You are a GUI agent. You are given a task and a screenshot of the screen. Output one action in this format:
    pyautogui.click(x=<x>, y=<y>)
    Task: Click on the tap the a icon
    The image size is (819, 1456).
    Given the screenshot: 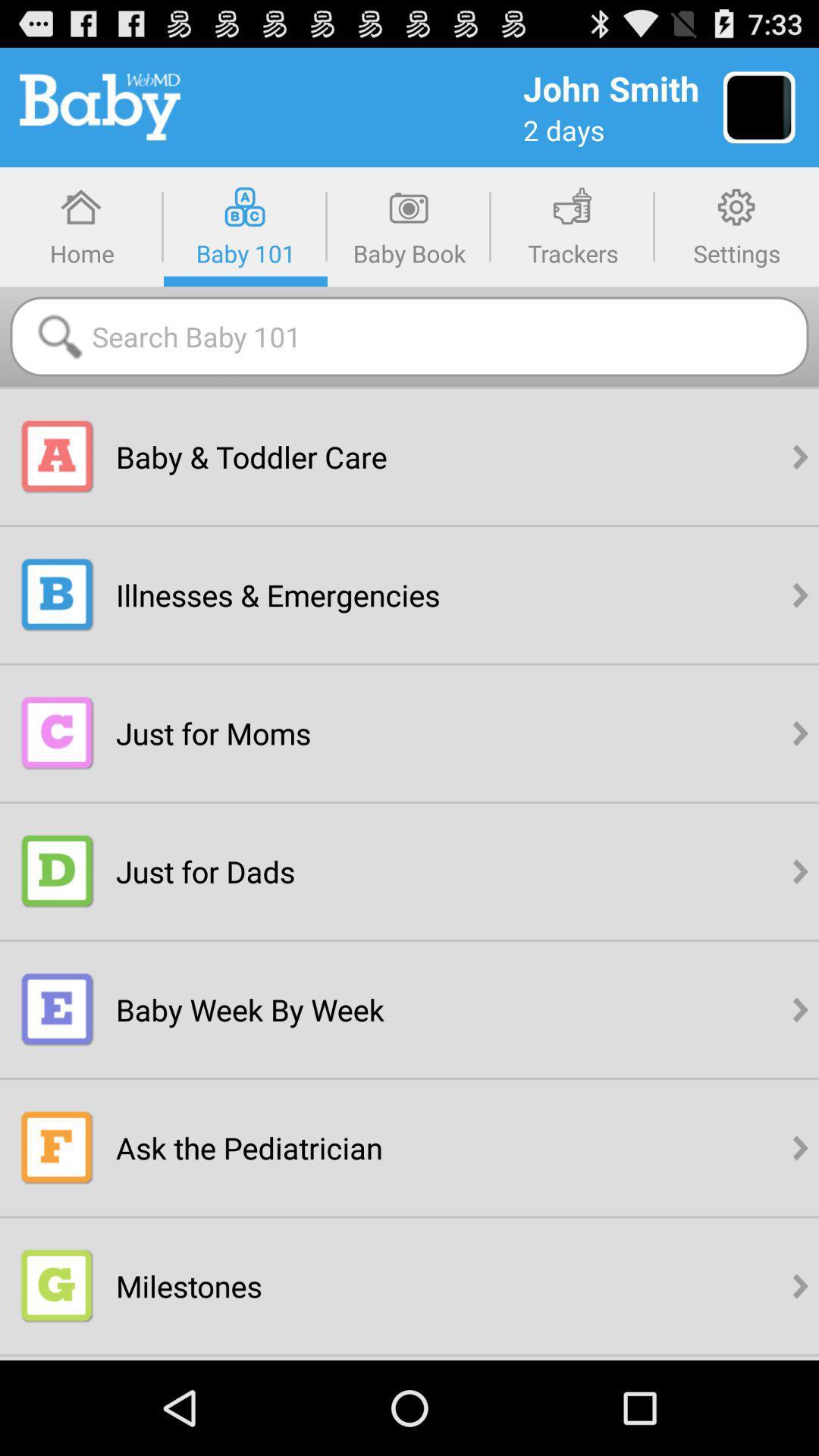 What is the action you would take?
    pyautogui.click(x=57, y=457)
    